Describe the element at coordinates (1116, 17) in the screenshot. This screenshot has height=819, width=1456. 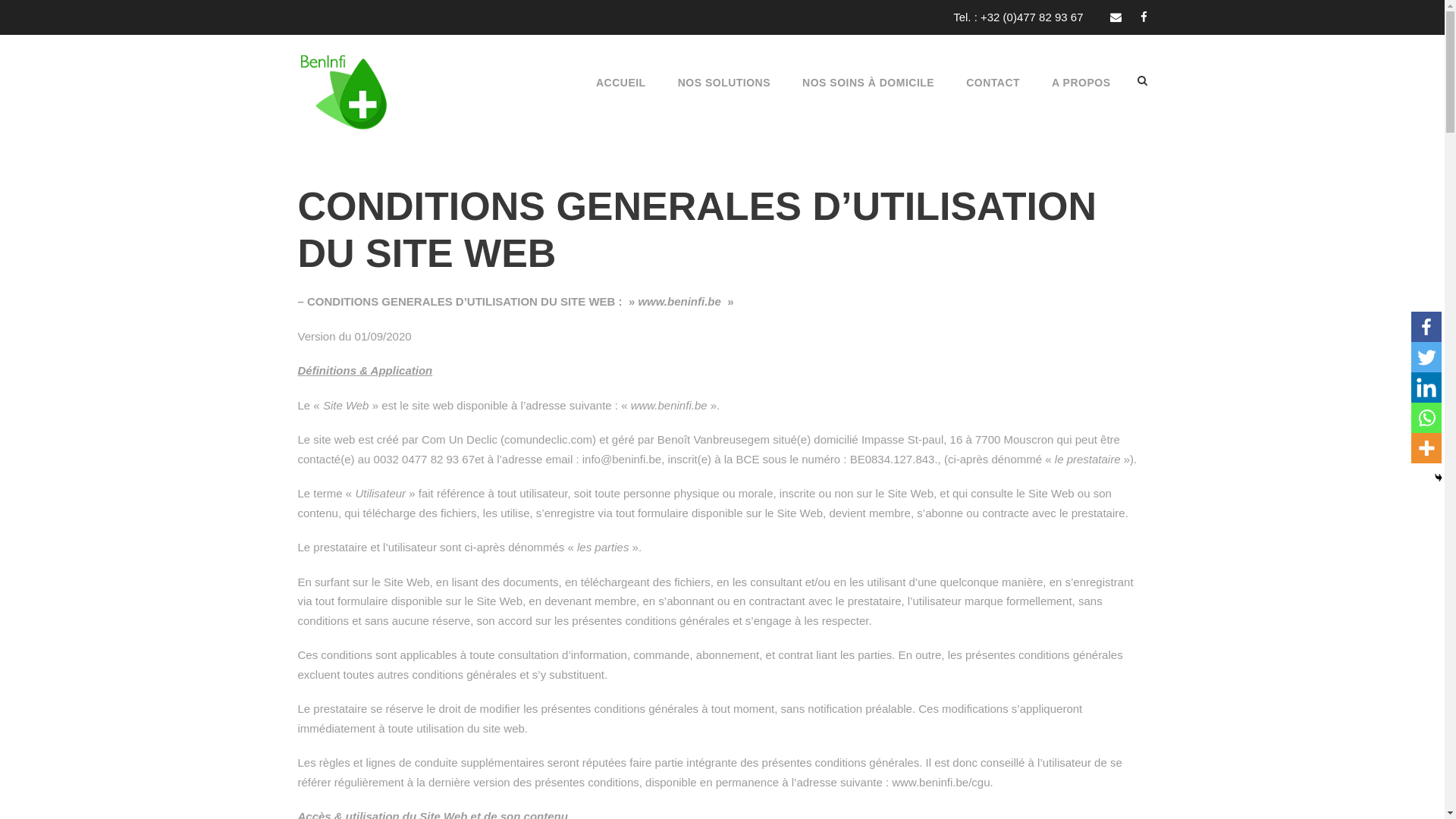
I see `'email'` at that location.